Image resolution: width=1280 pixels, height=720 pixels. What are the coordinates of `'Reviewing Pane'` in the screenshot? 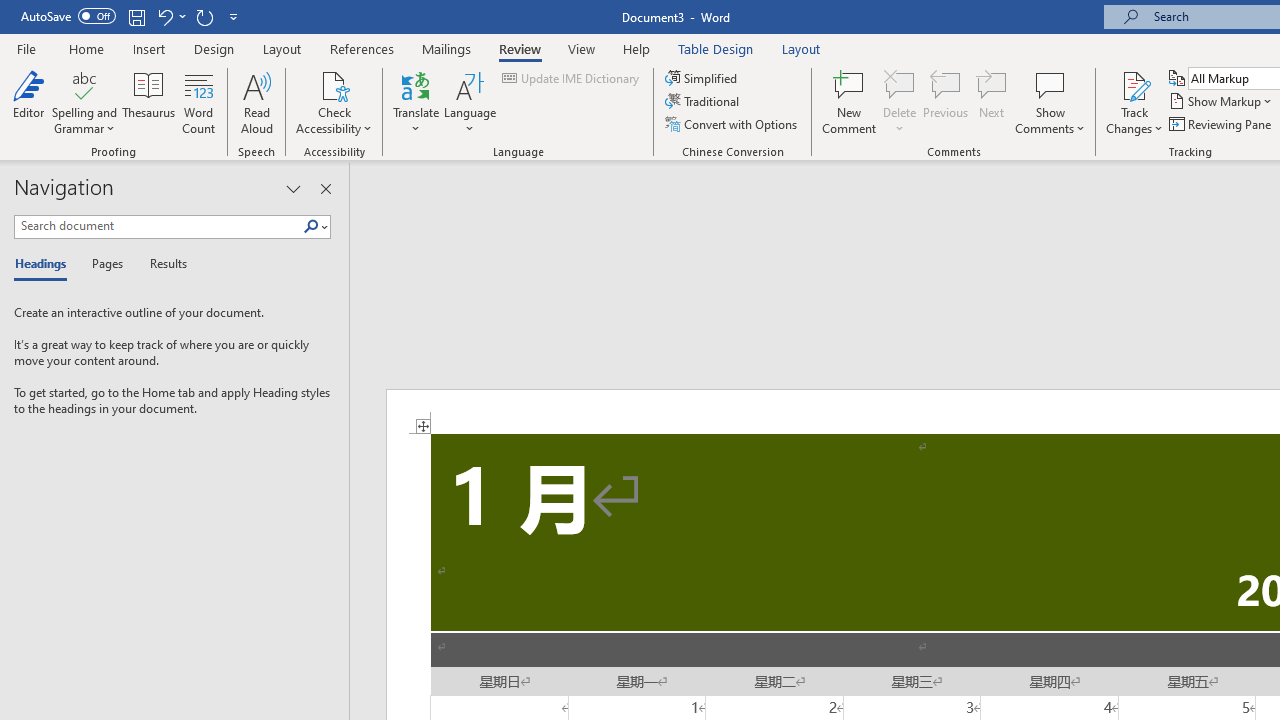 It's located at (1220, 124).